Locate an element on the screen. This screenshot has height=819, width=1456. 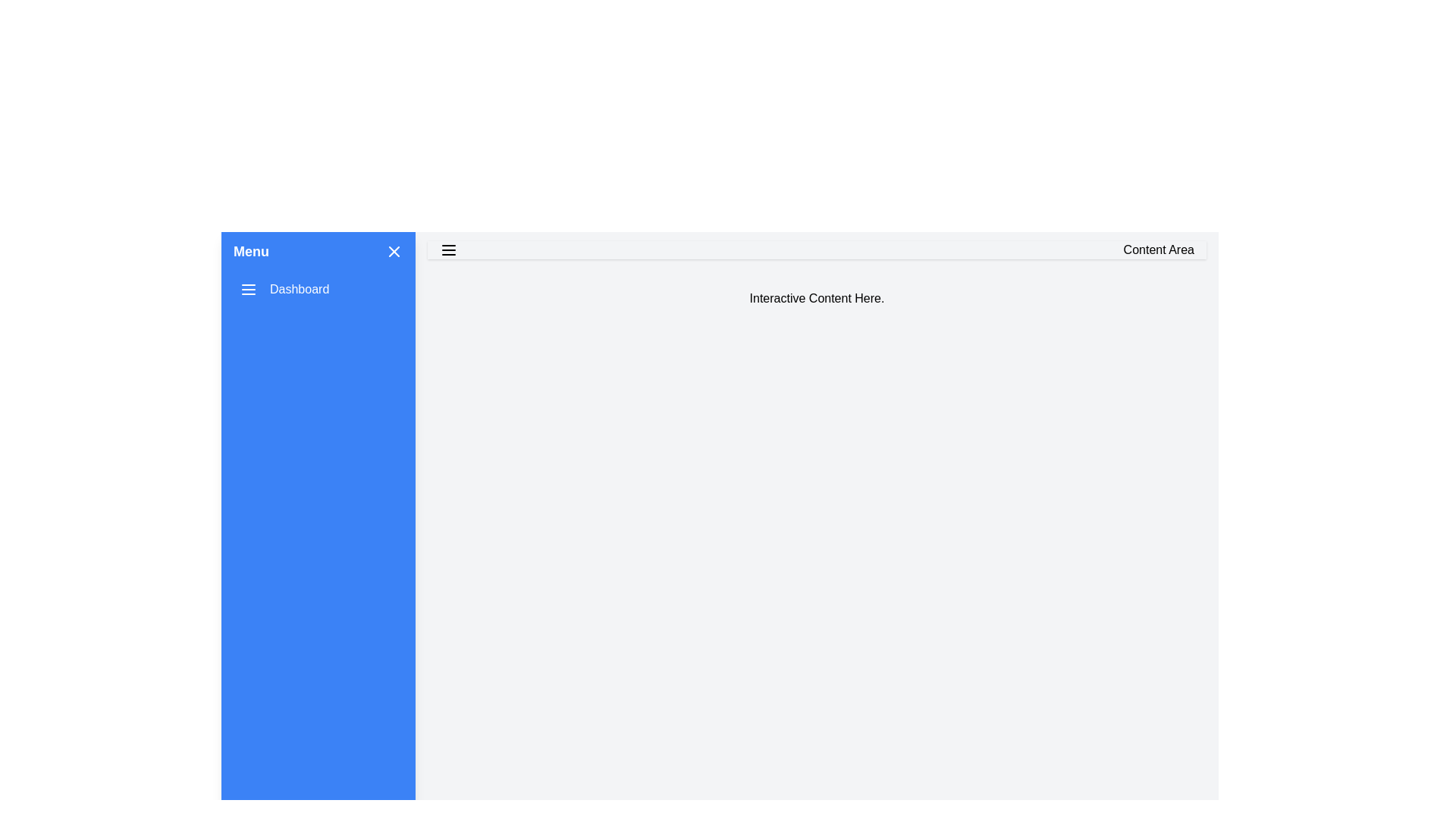
the menu button in the content area to open the sidebar is located at coordinates (447, 249).